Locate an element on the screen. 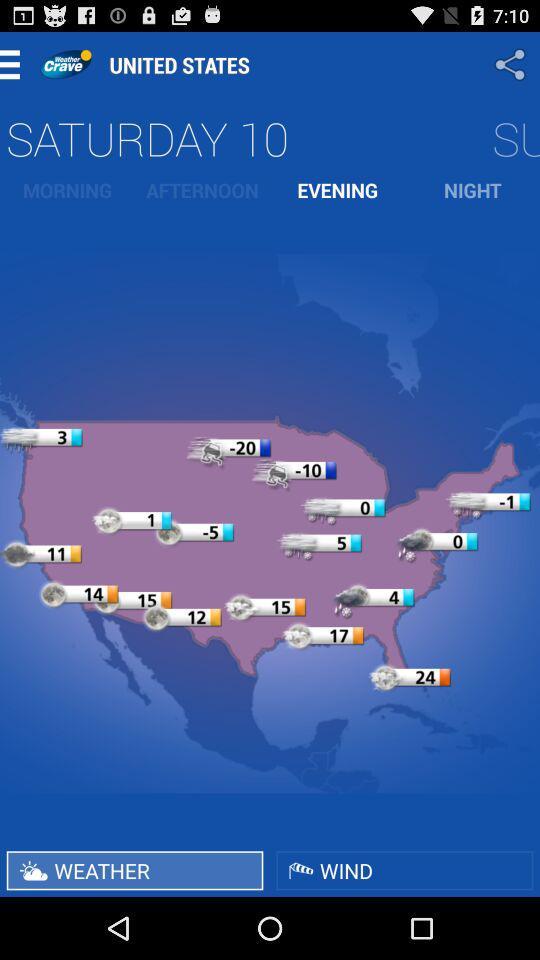 Image resolution: width=540 pixels, height=960 pixels. app next to night app is located at coordinates (337, 190).